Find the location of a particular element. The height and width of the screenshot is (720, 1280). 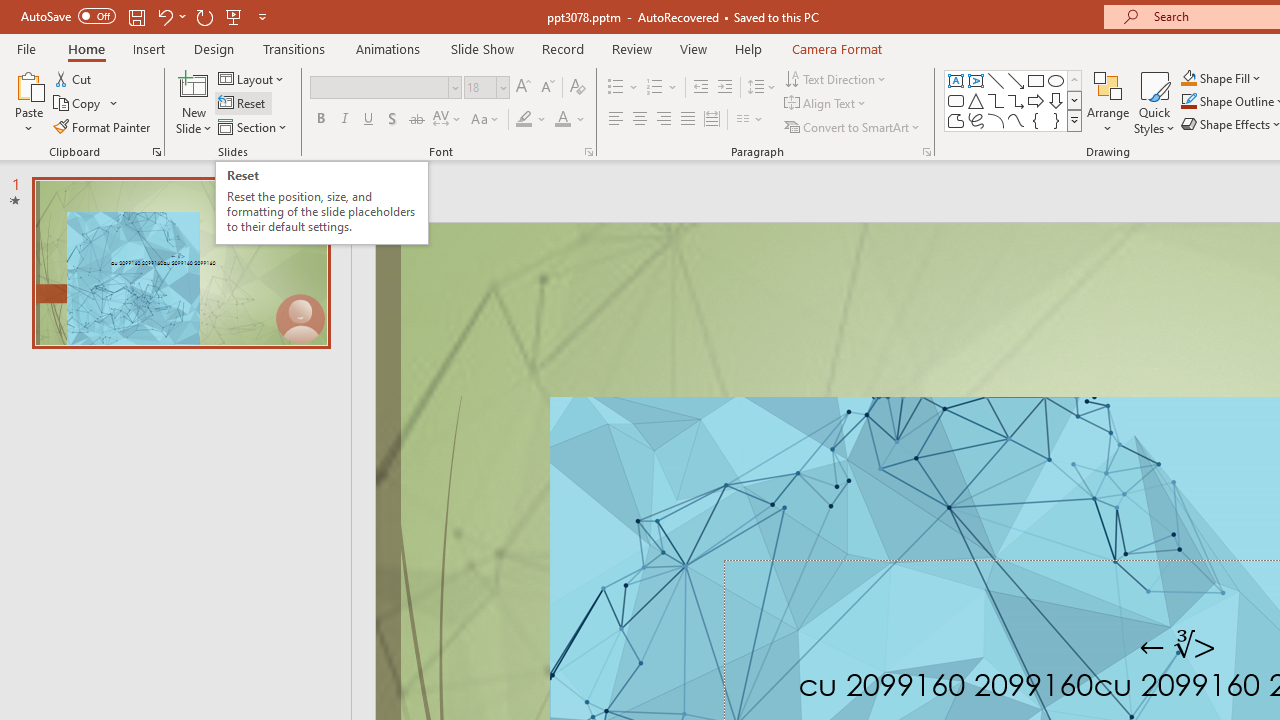

'Clear Formatting' is located at coordinates (576, 86).